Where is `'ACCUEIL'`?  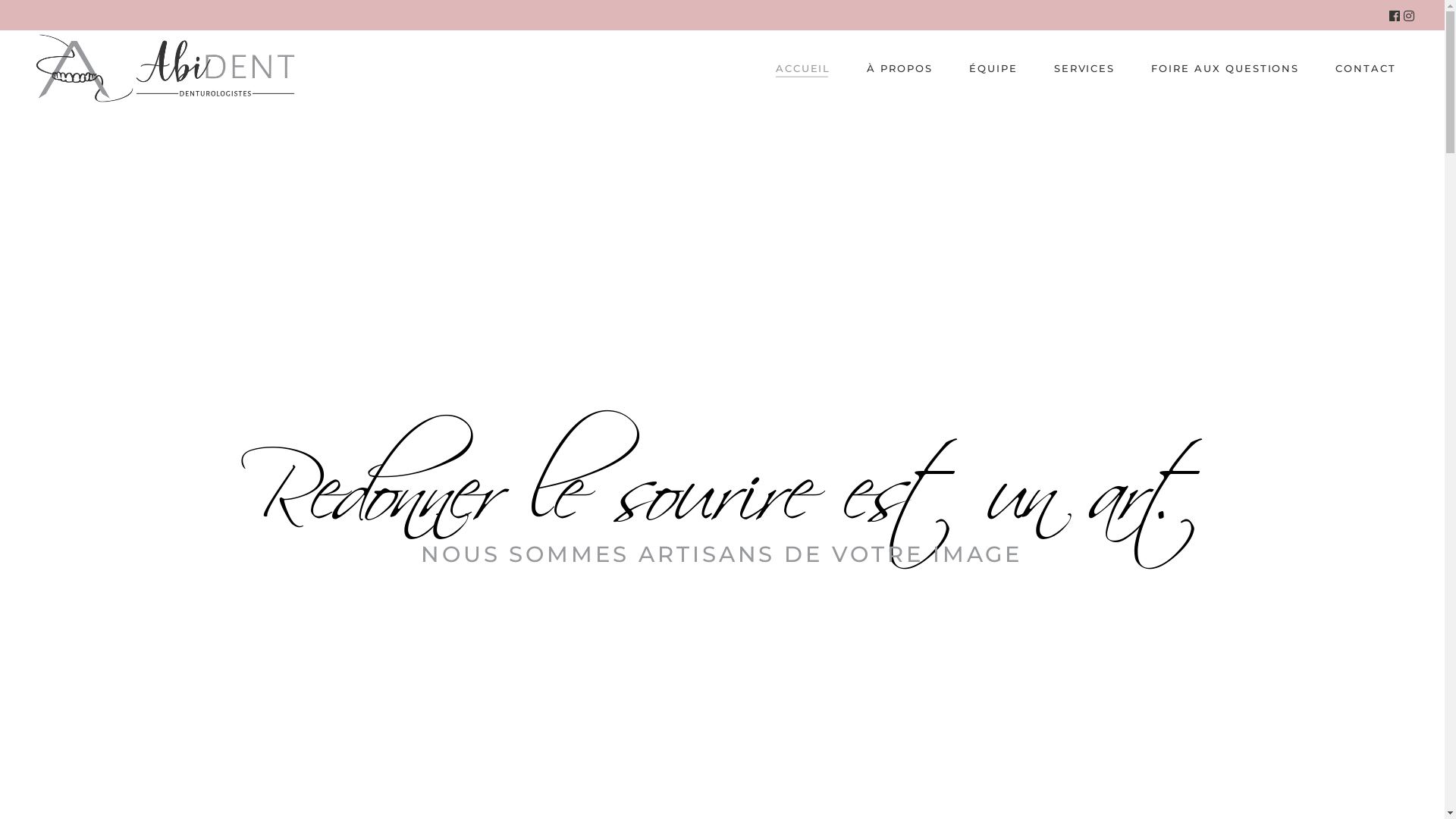 'ACCUEIL' is located at coordinates (802, 67).